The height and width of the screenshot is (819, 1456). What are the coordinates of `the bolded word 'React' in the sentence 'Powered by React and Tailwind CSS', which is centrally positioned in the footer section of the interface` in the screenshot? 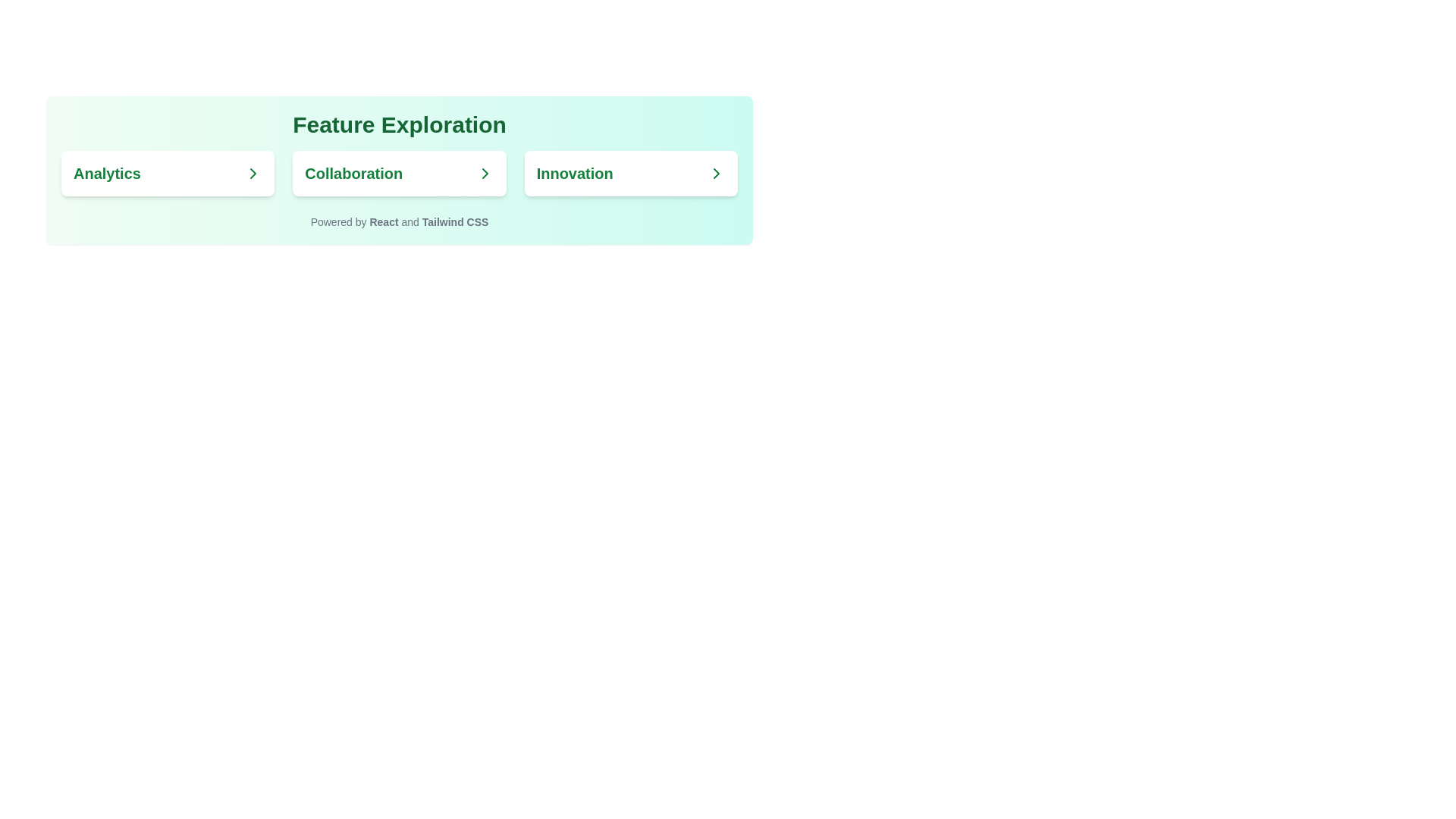 It's located at (384, 222).